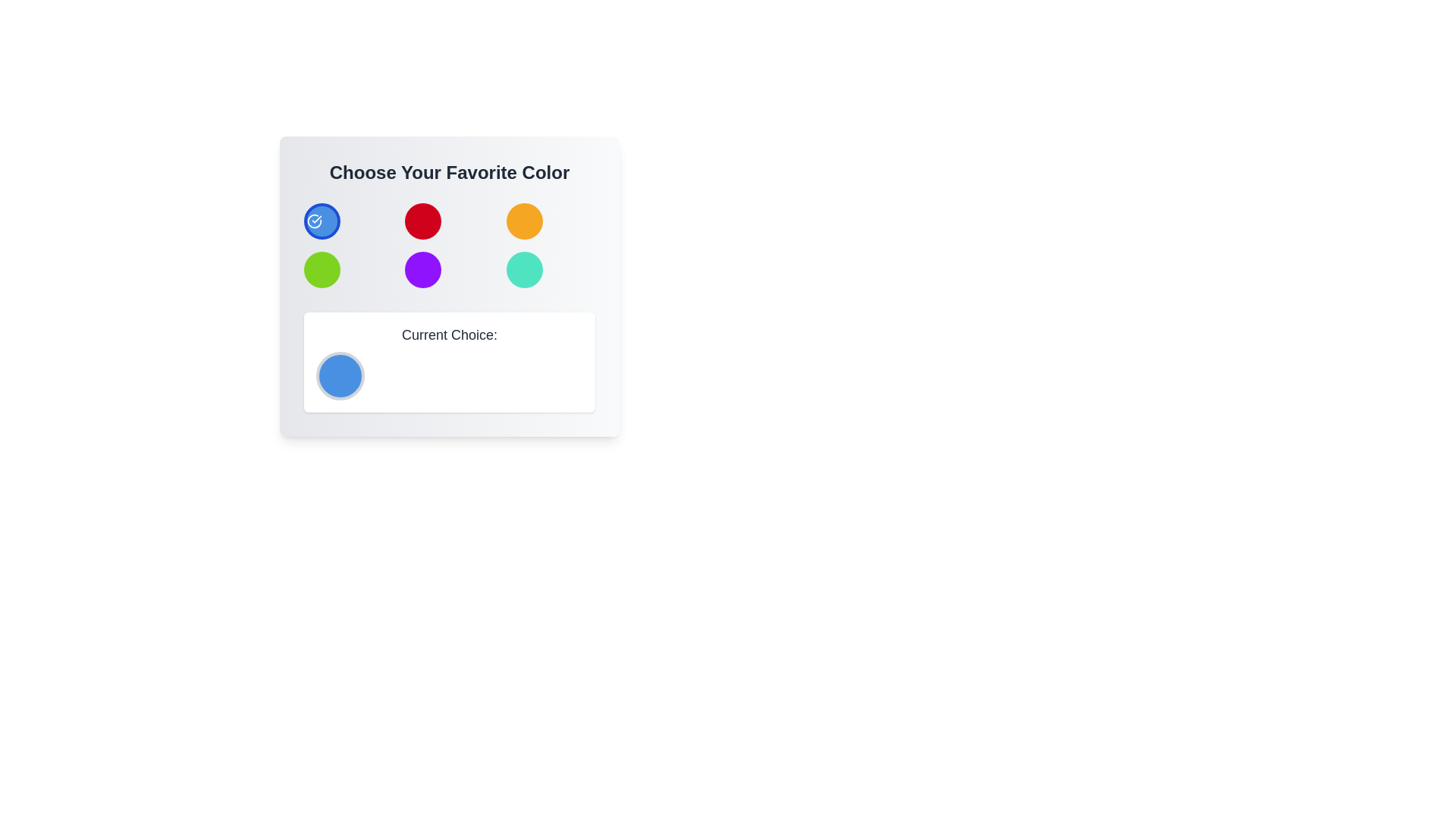 Image resolution: width=1456 pixels, height=819 pixels. What do you see at coordinates (322, 268) in the screenshot?
I see `the button in the 3x3 grid structure, which is the fourth element overall and is positioned` at bounding box center [322, 268].